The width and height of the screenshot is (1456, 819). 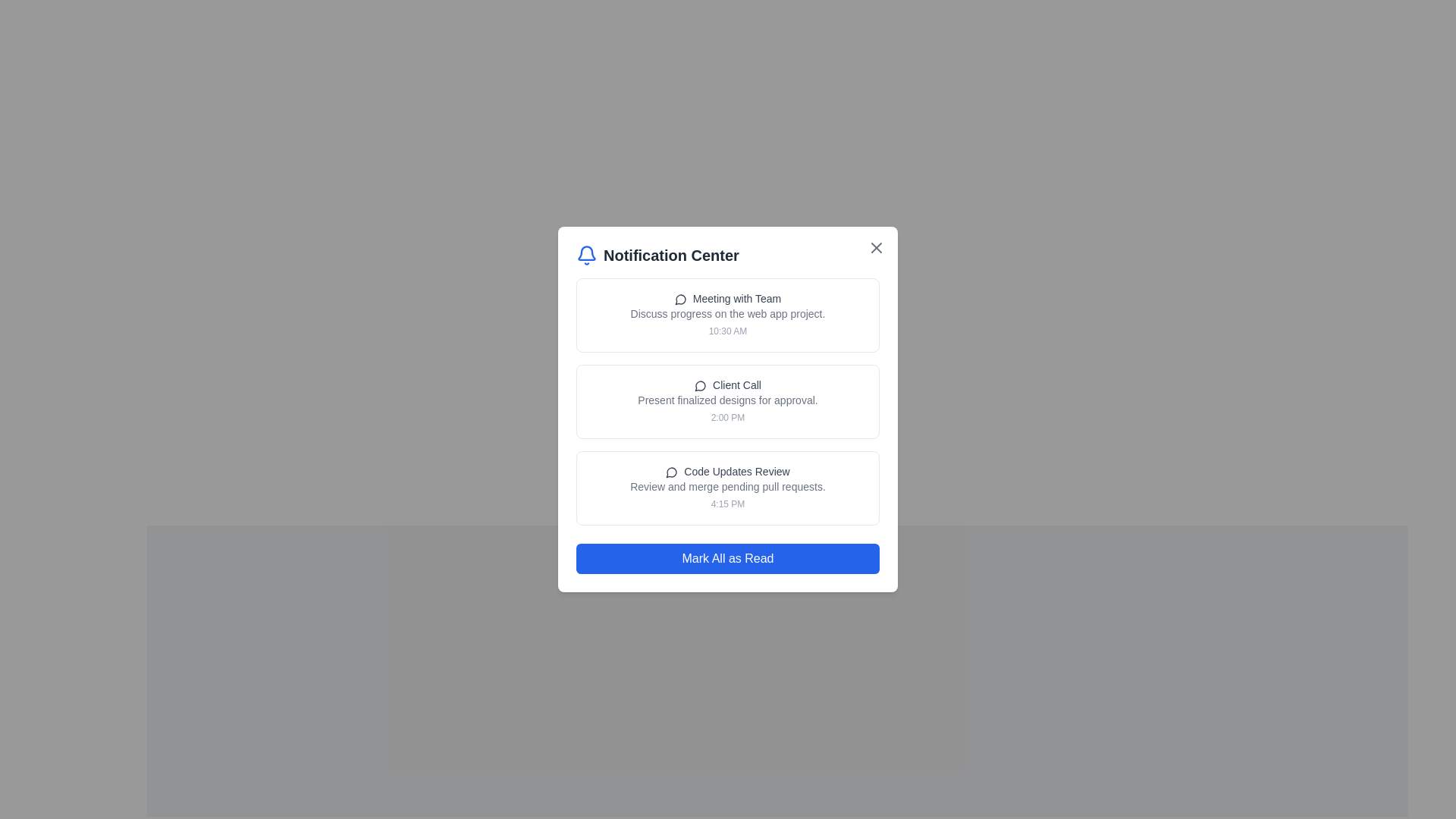 I want to click on the circular speech bubble icon located to the left of the text 'Code Updates Review', so click(x=671, y=472).